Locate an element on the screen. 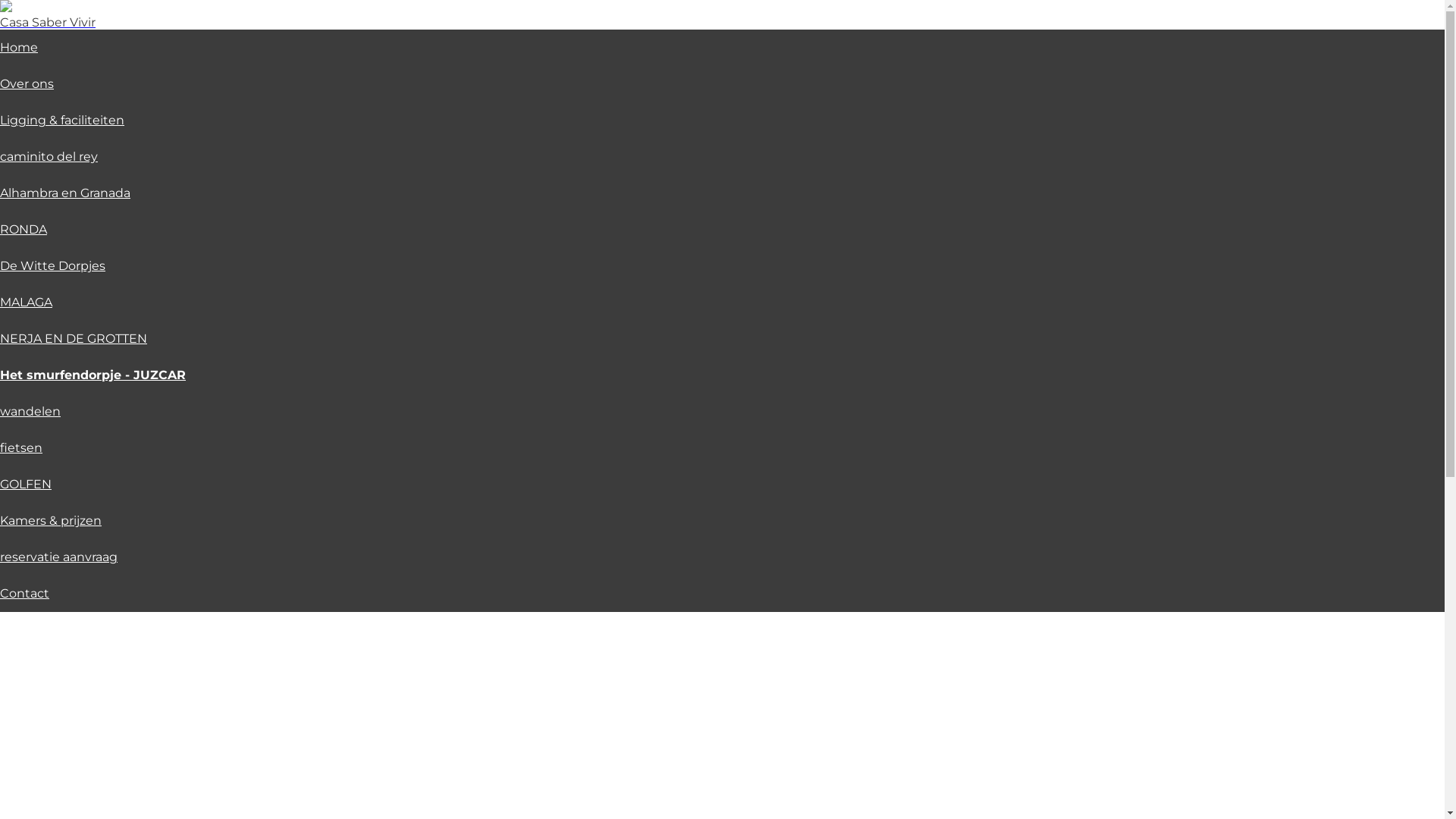 This screenshot has height=819, width=1456. 'NERJA EN DE GROTTEN' is located at coordinates (72, 337).